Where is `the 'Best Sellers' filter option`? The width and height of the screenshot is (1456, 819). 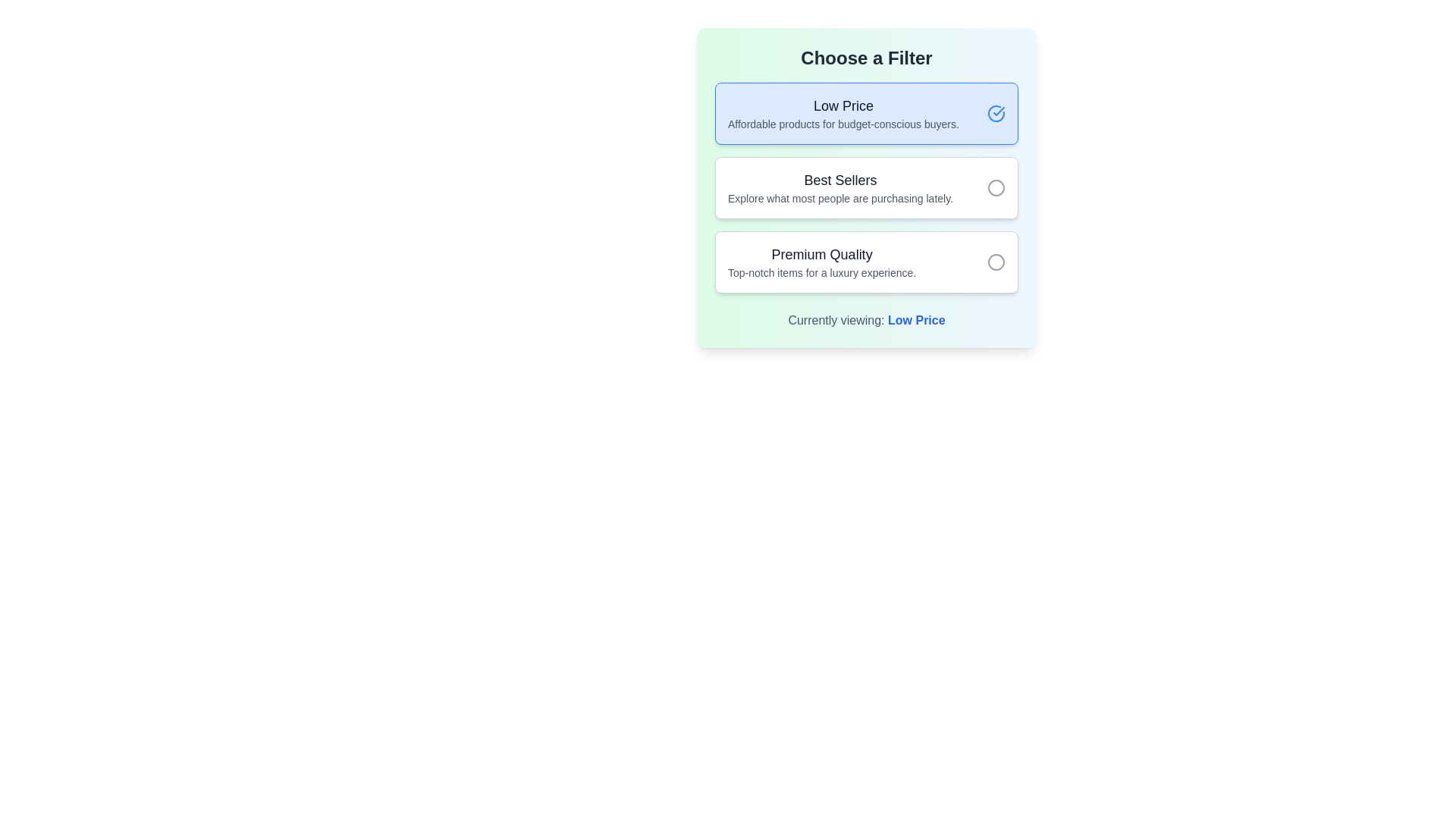
the 'Best Sellers' filter option is located at coordinates (866, 187).